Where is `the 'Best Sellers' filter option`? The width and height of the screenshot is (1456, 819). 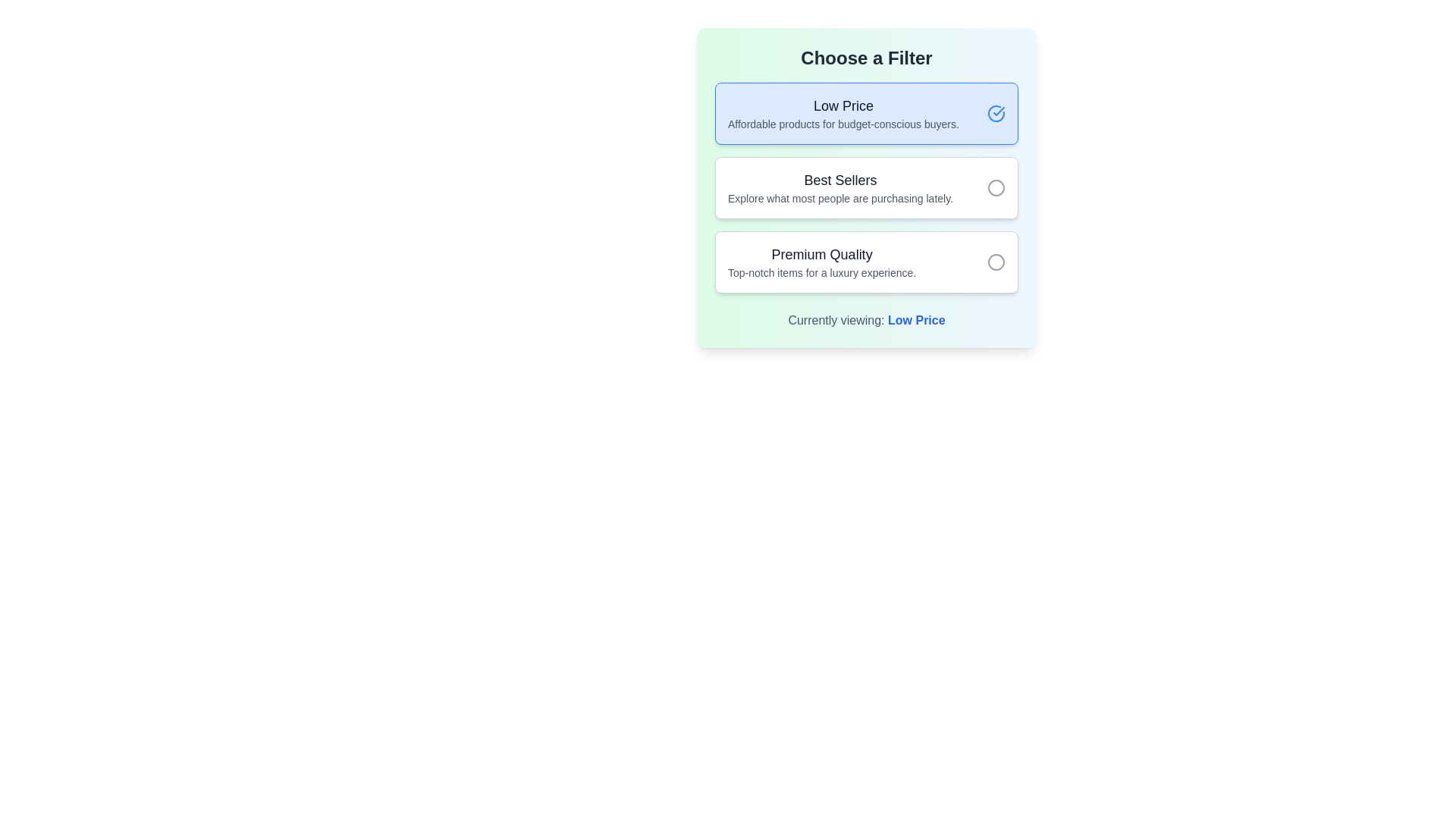
the 'Best Sellers' filter option is located at coordinates (866, 187).